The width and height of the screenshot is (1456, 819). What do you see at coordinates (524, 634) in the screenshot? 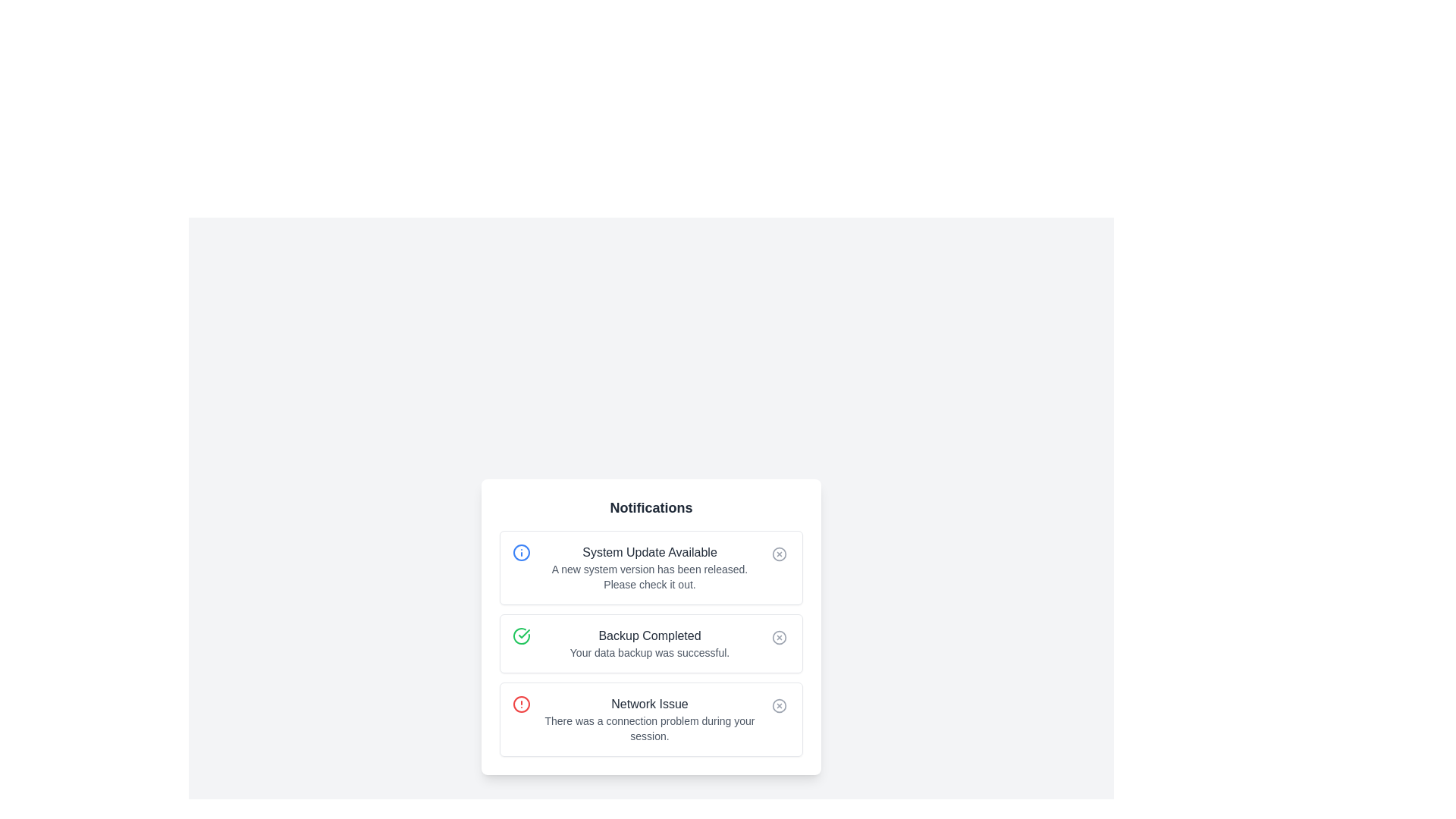
I see `the green checkmark icon representing the success of a backup action in the second notification row titled 'Backup Completed'` at bounding box center [524, 634].